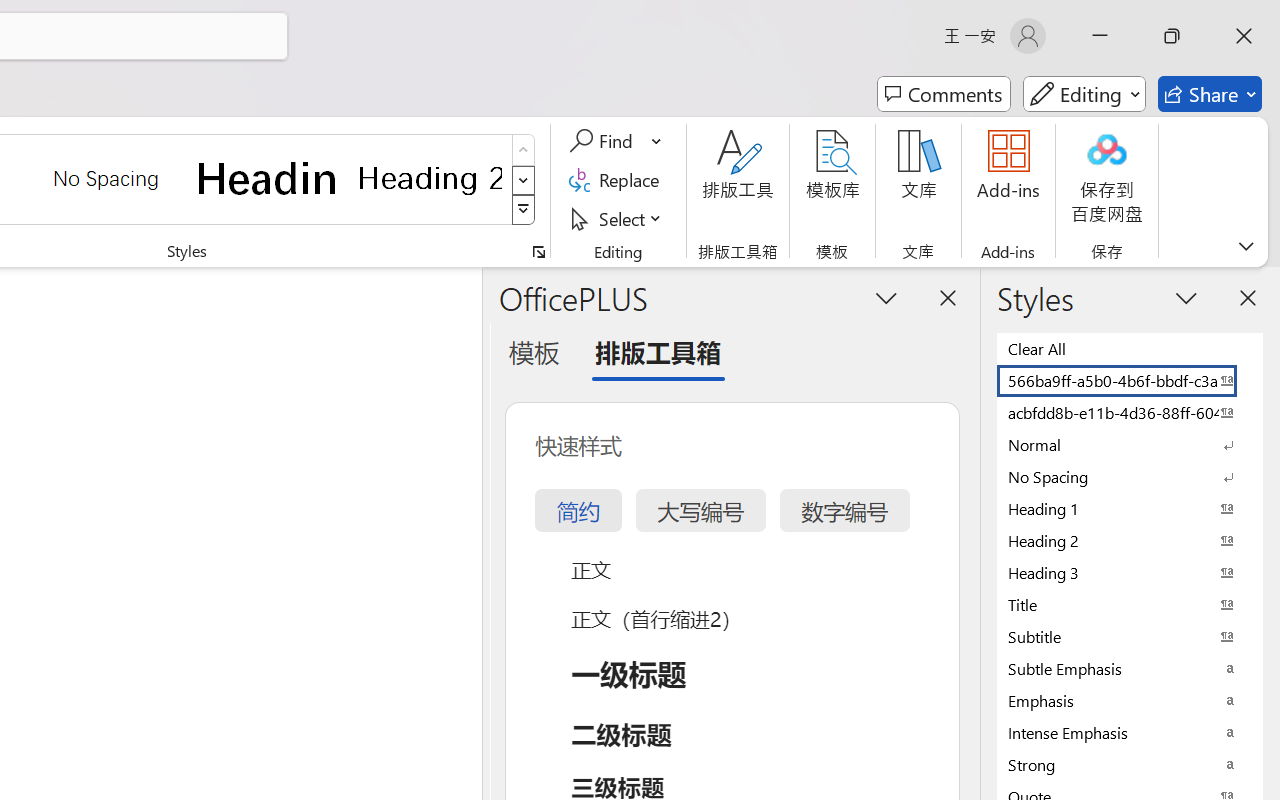  Describe the element at coordinates (1245, 245) in the screenshot. I see `'Ribbon Display Options'` at that location.